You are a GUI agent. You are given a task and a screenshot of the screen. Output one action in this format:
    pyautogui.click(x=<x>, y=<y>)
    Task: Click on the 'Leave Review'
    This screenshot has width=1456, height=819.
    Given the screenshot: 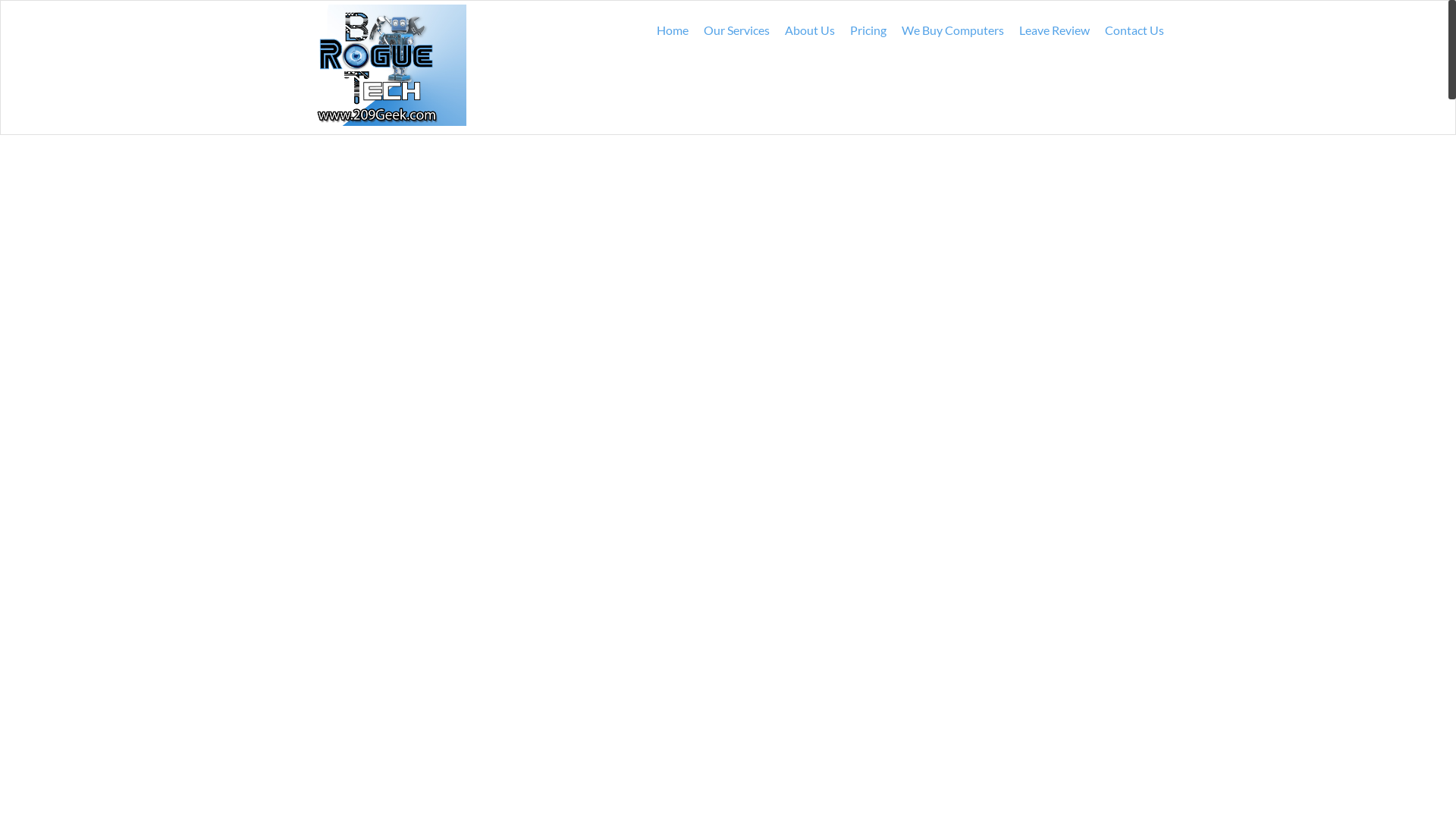 What is the action you would take?
    pyautogui.click(x=1012, y=30)
    